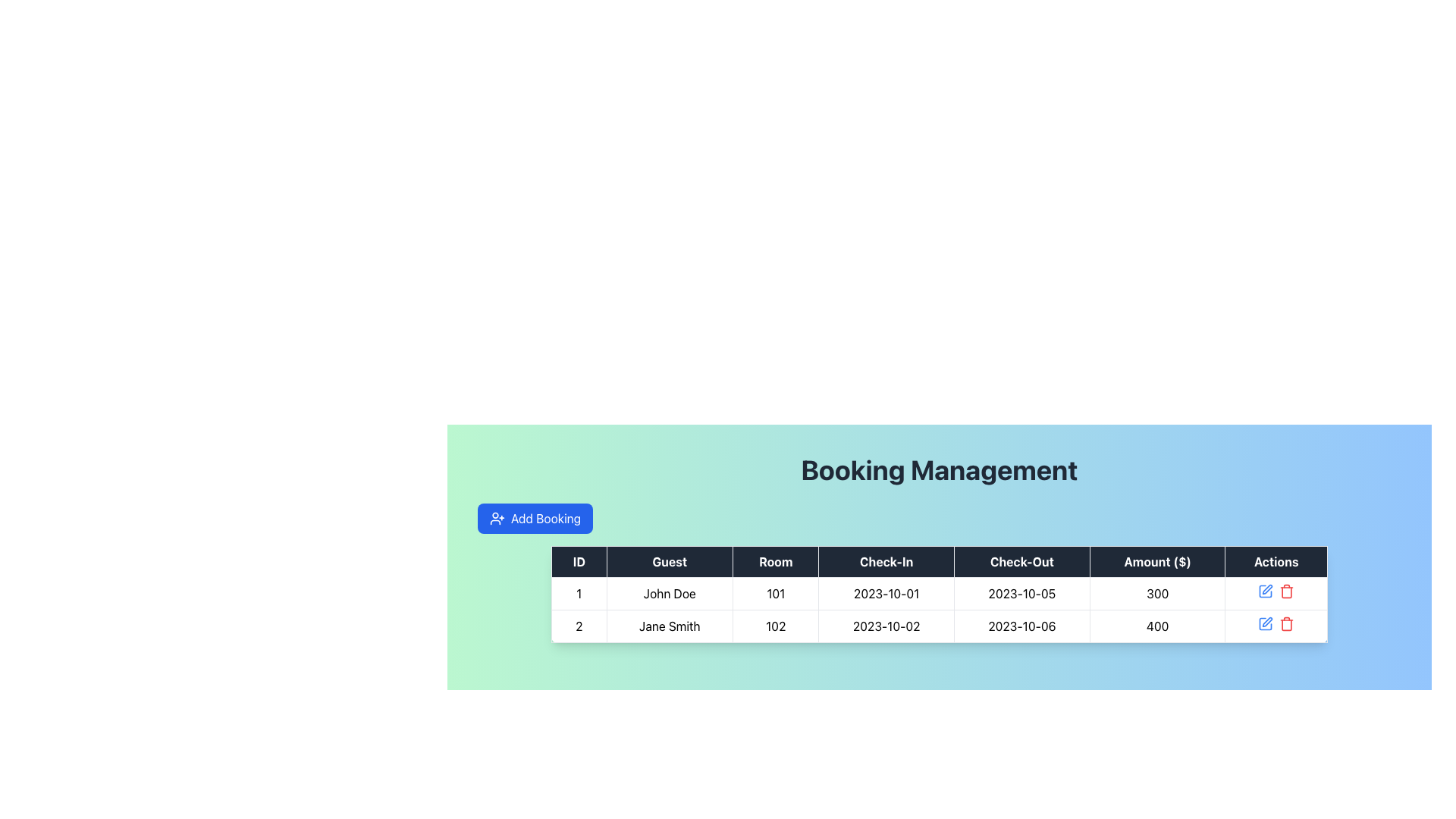  I want to click on the static text label displaying 'Jane Smith' in the second row of the table under the 'Guest' column in the 'Booking Management' section, so click(669, 626).